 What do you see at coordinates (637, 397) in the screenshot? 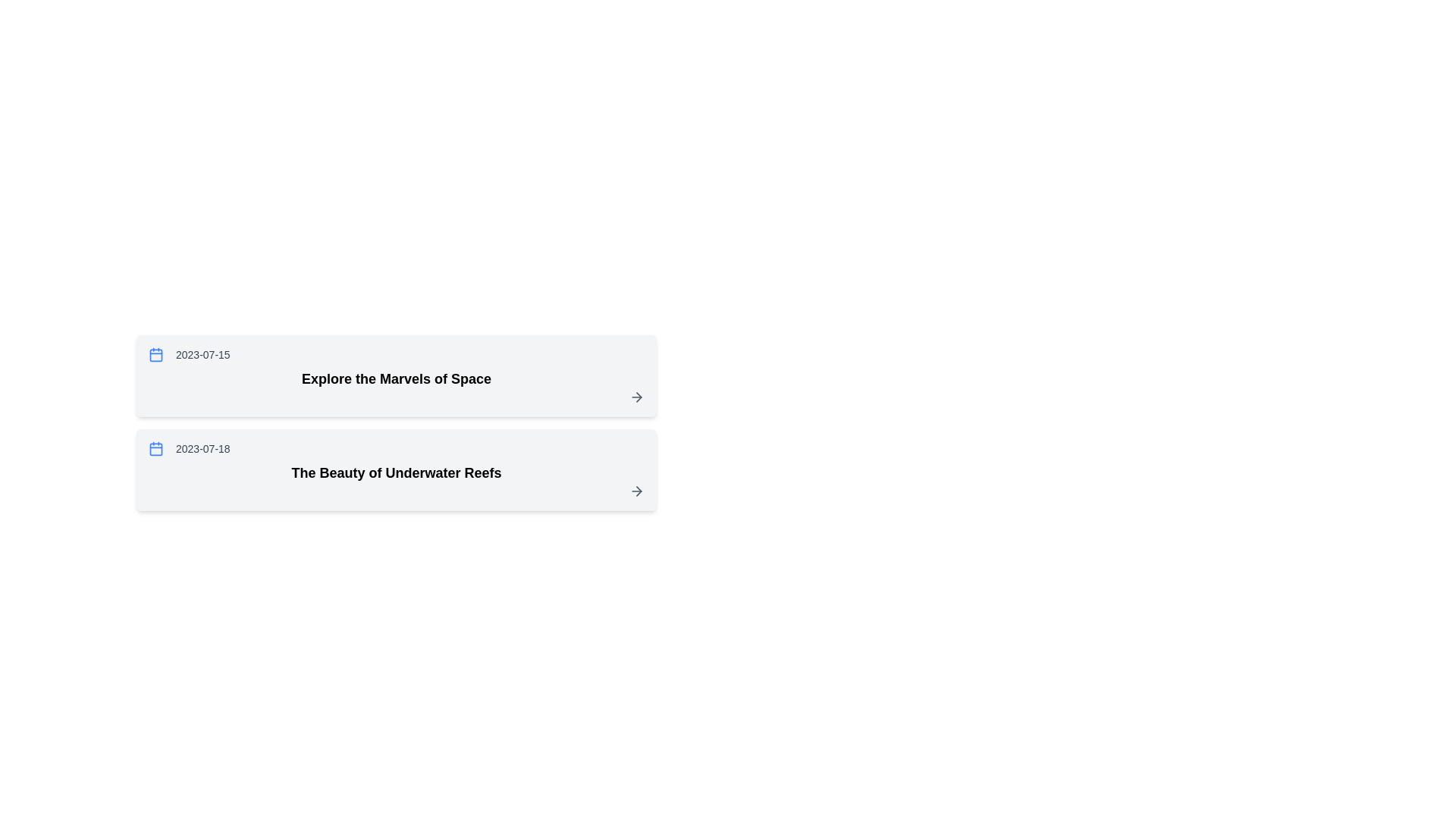
I see `the gray right-pointing arrow icon located in the upper right section of the card titled 'Explore the Marvels of Space'` at bounding box center [637, 397].